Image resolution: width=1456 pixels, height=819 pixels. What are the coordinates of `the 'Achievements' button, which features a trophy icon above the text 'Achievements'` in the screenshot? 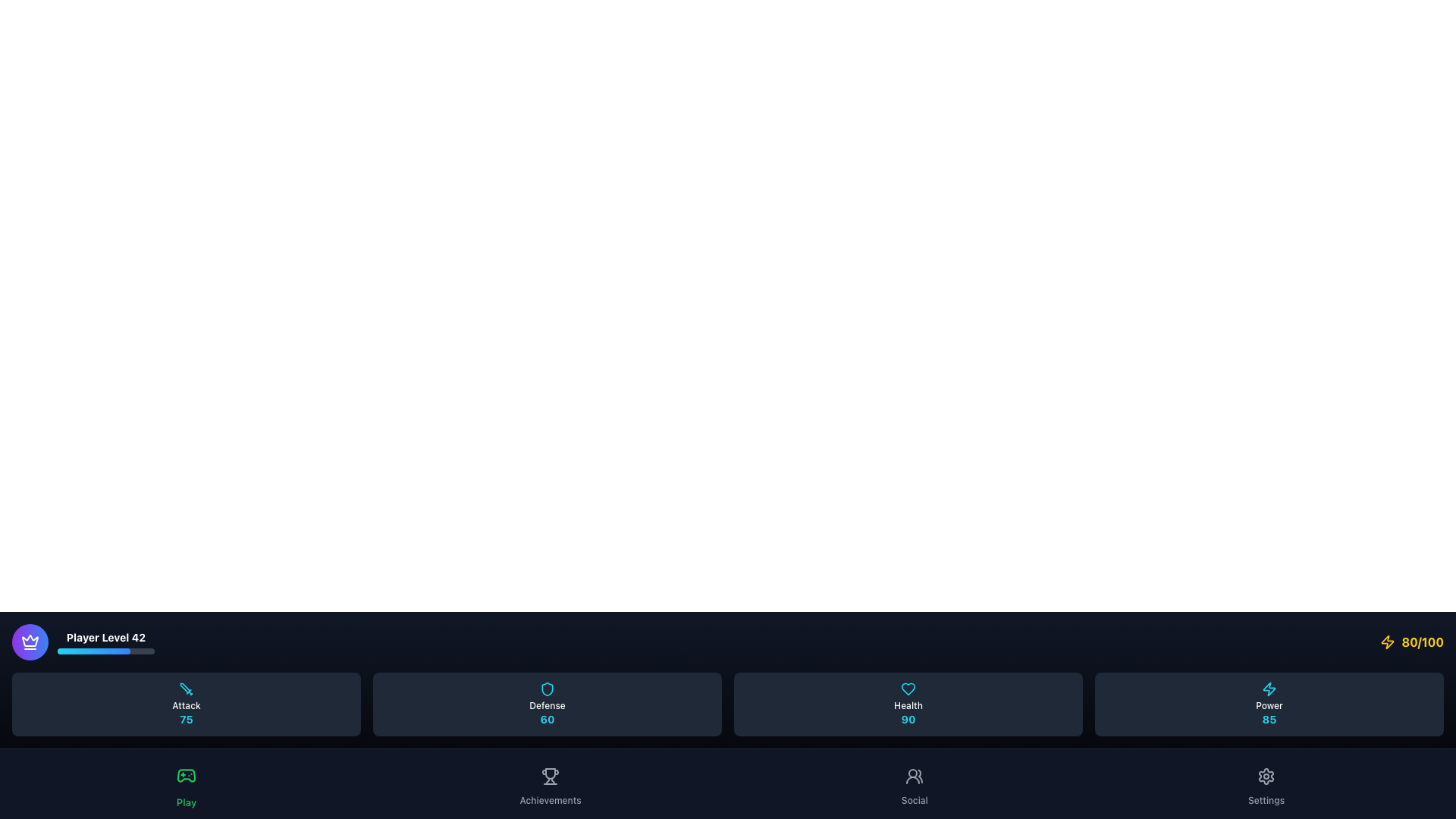 It's located at (550, 783).